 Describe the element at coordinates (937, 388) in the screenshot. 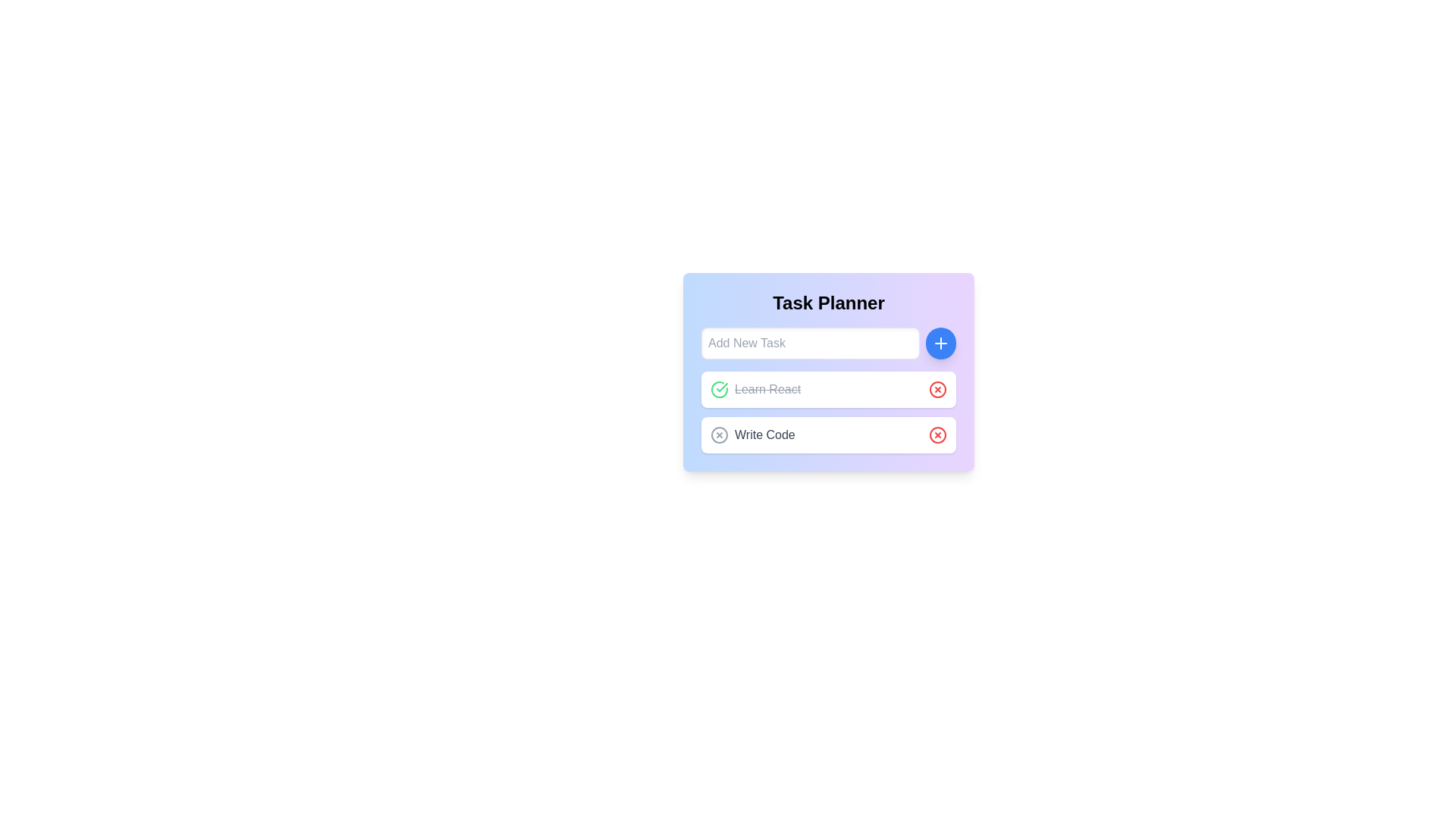

I see `the delete button for the task 'Learn React' in the task planner interface` at that location.